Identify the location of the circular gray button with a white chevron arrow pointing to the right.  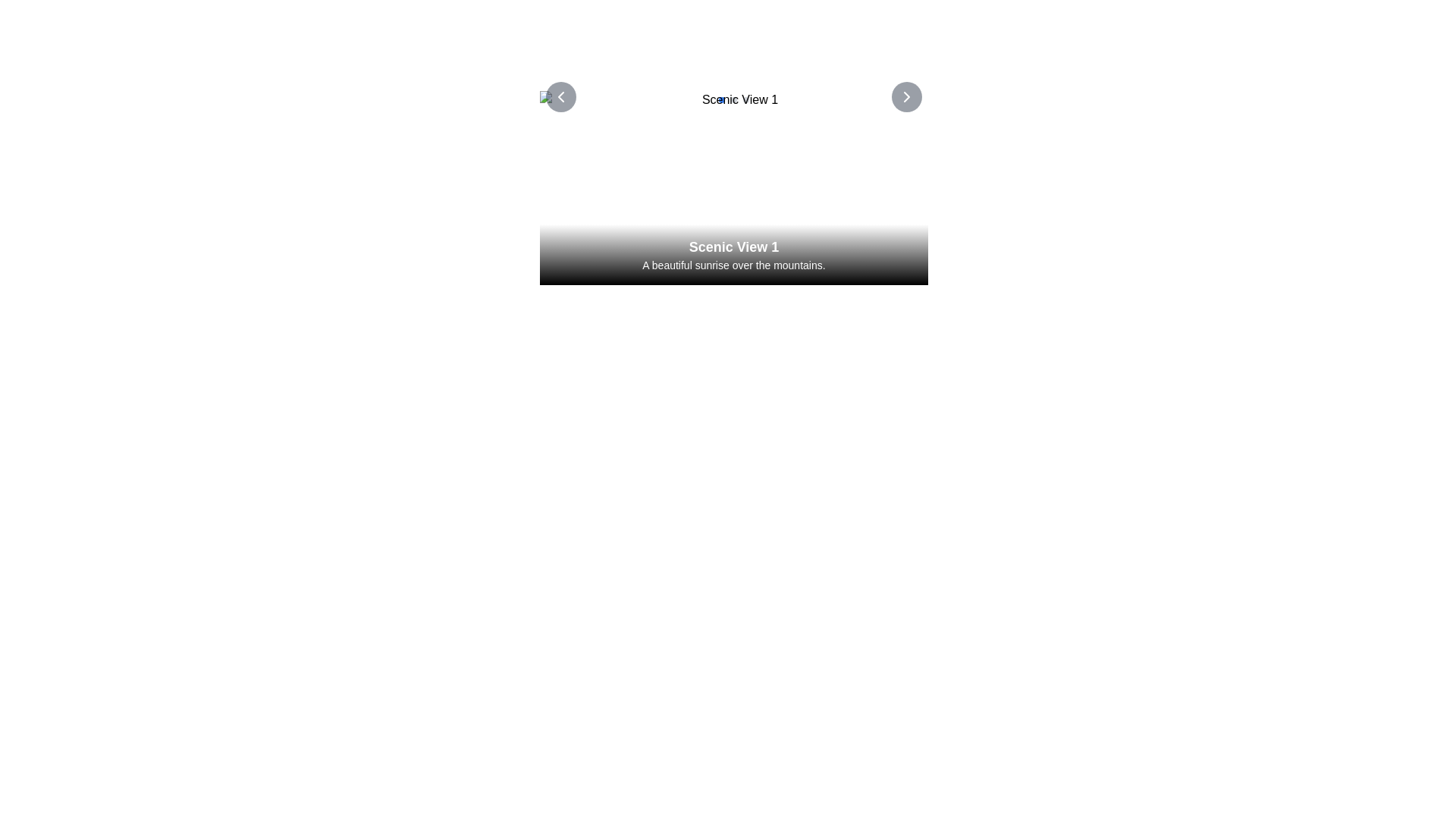
(906, 96).